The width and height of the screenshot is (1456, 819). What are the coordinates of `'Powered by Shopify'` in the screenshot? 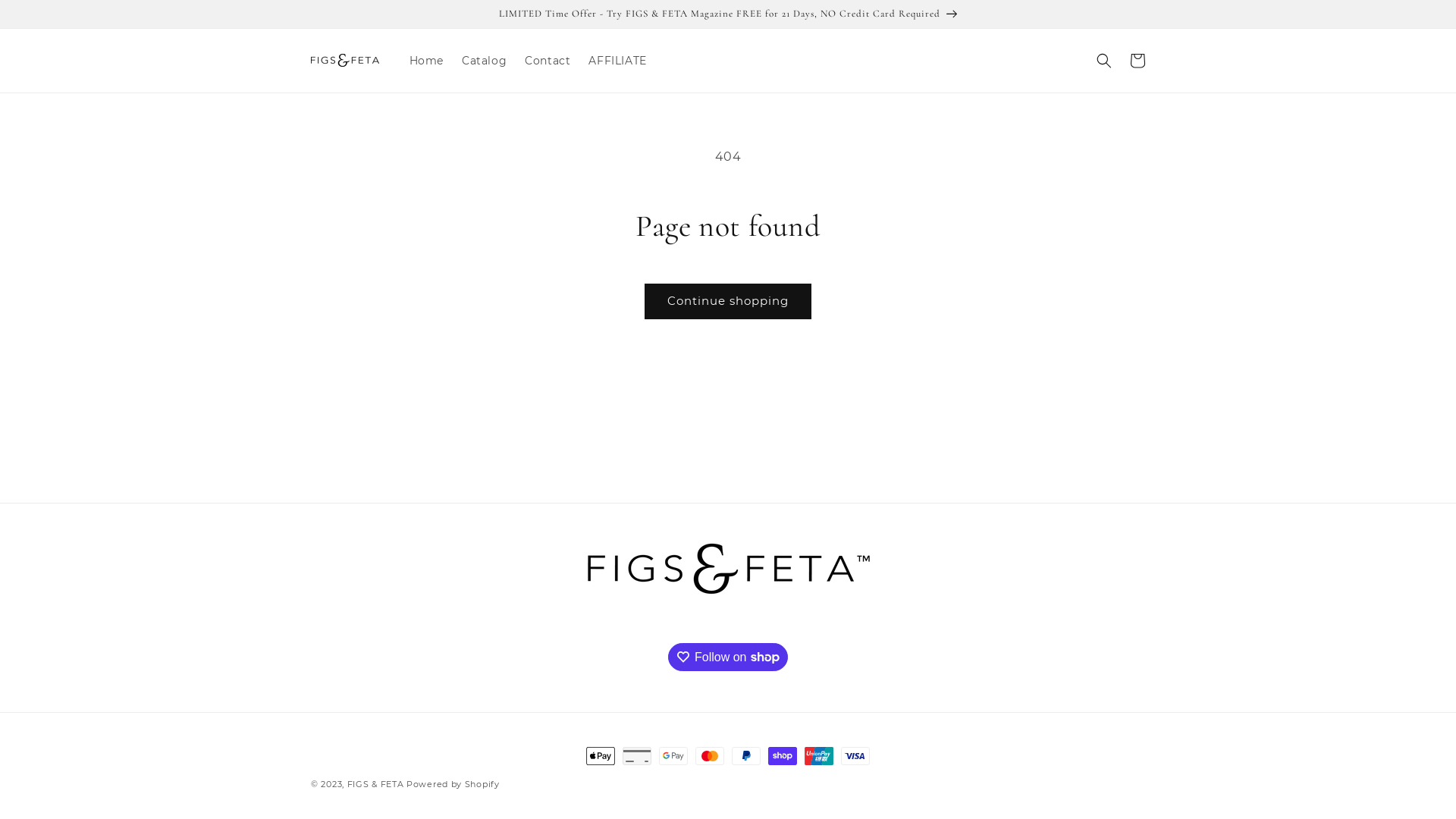 It's located at (452, 783).